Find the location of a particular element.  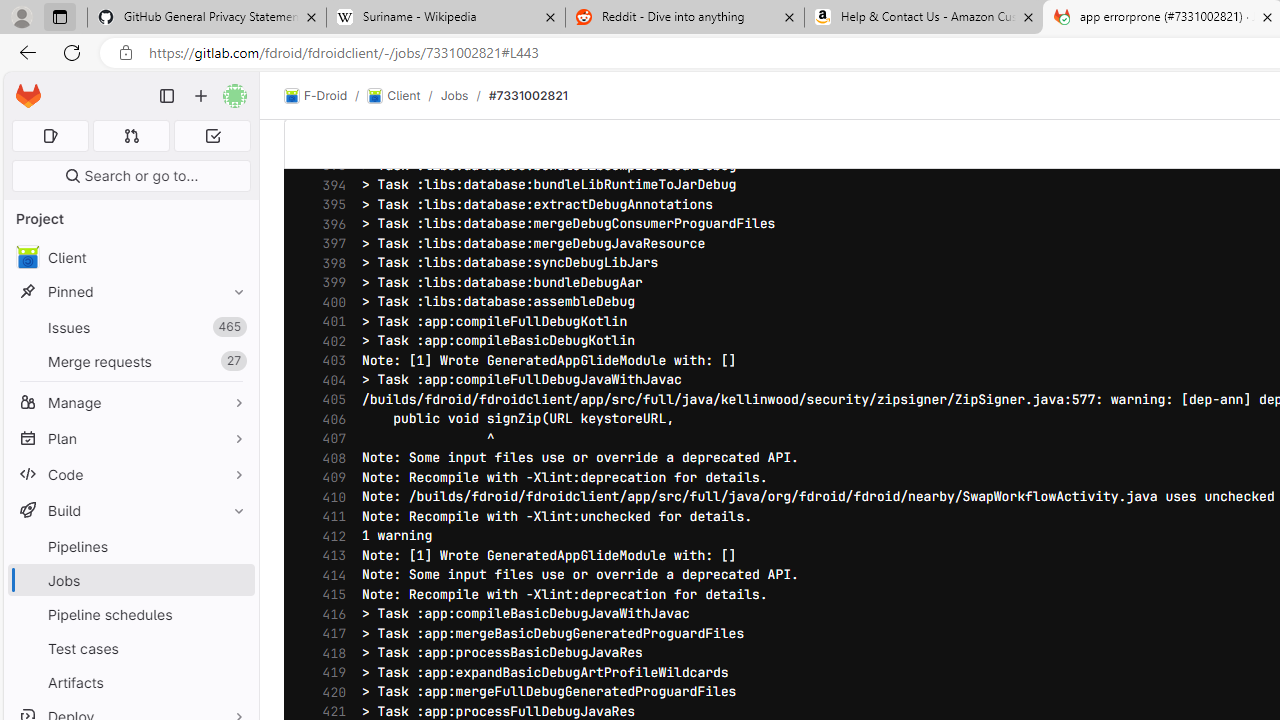

'avatar Client' is located at coordinates (130, 256).